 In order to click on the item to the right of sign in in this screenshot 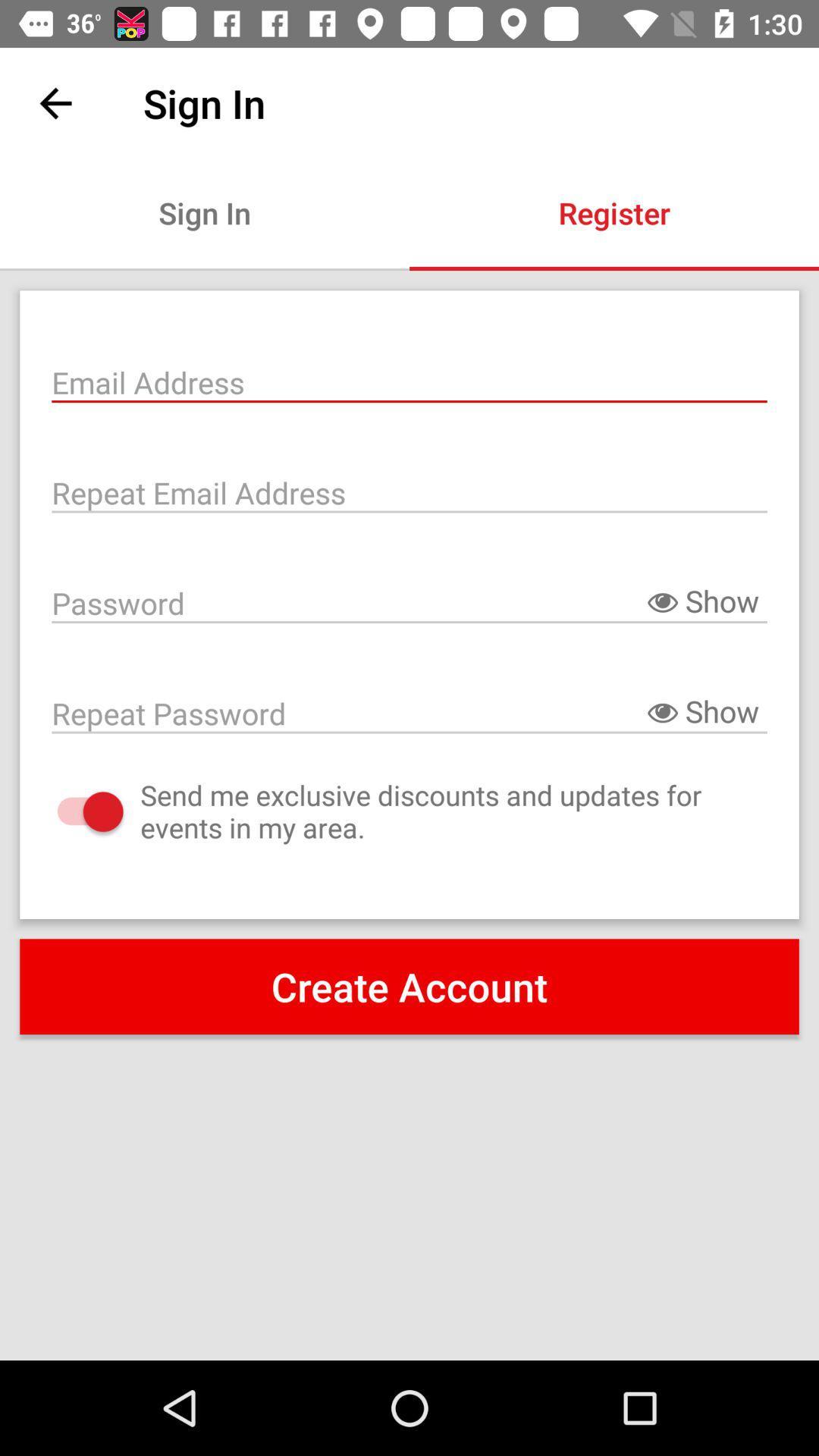, I will do `click(614, 212)`.